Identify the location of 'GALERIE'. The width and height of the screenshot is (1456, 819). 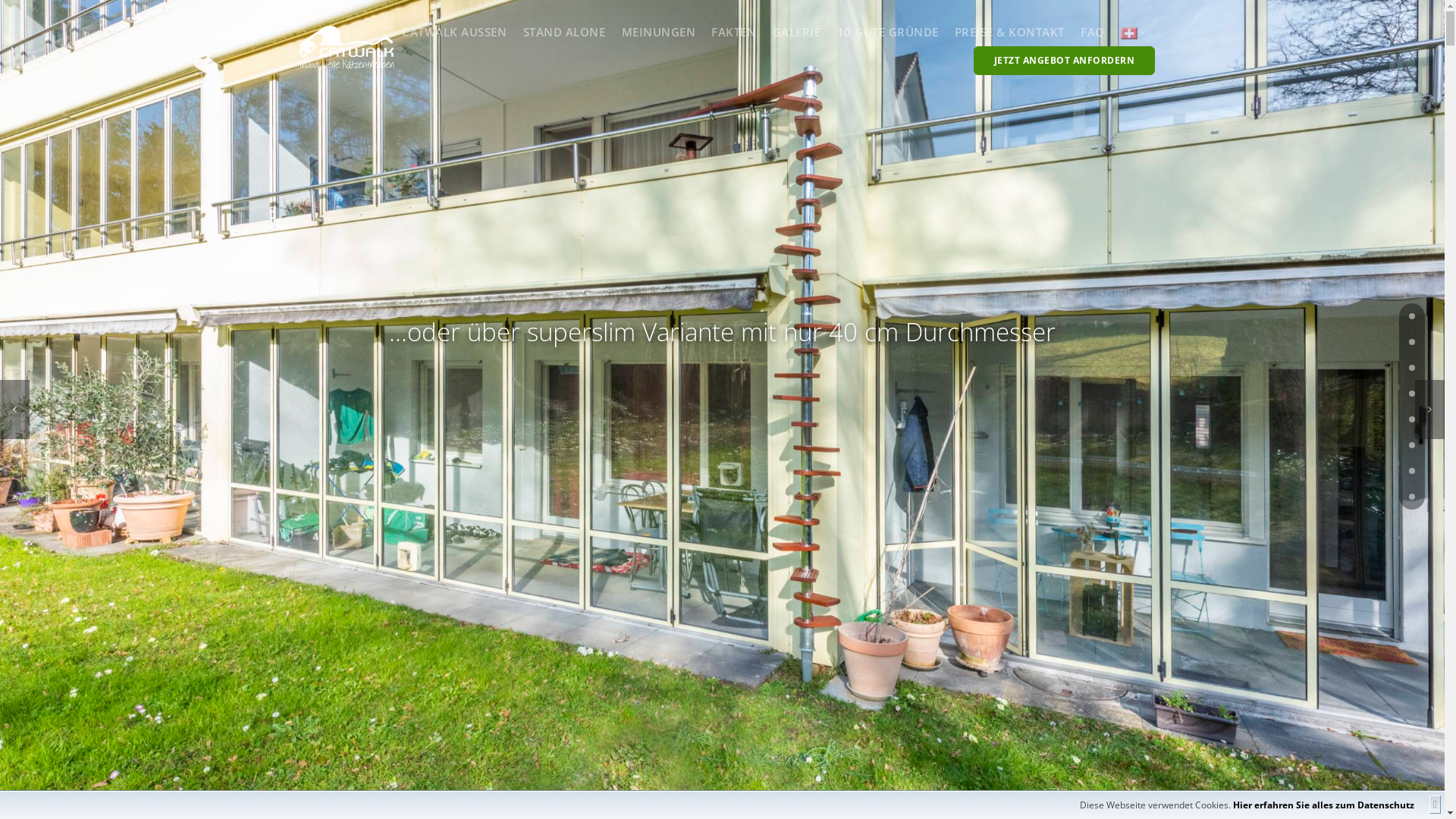
(796, 32).